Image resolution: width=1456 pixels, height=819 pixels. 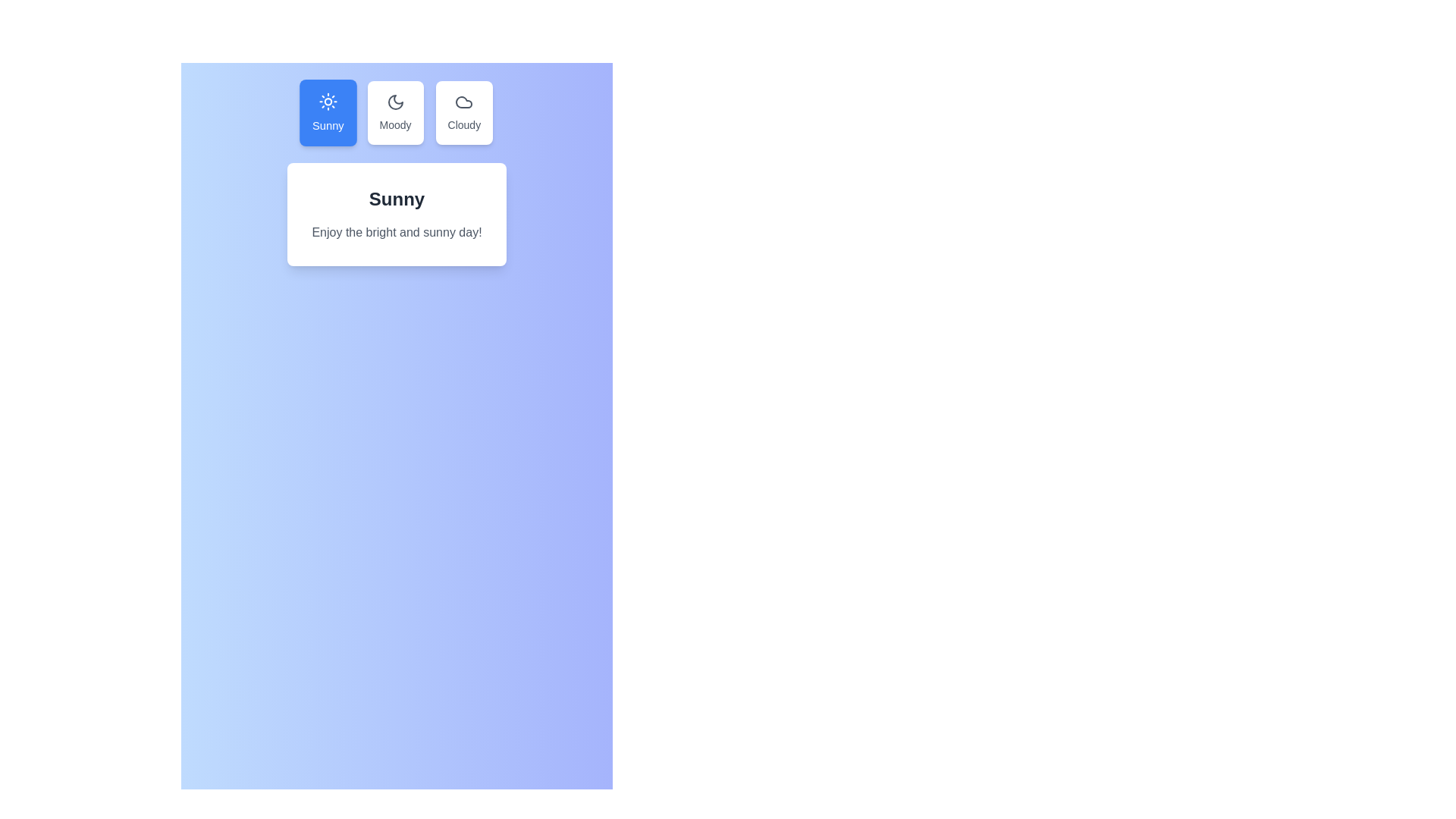 I want to click on the Cloudy tab to select it, so click(x=463, y=112).